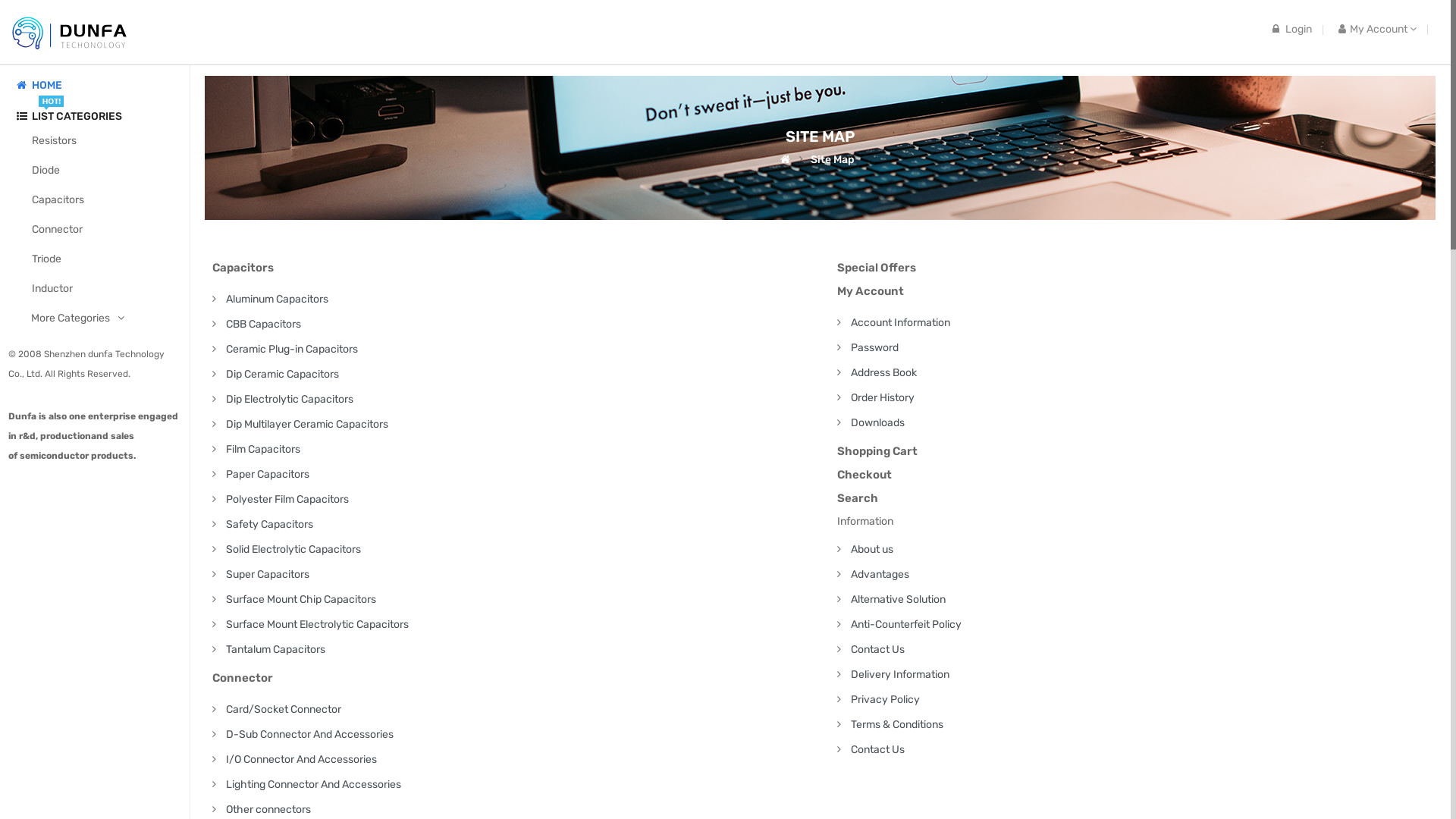 Image resolution: width=1456 pixels, height=819 pixels. Describe the element at coordinates (899, 673) in the screenshot. I see `'Delivery Information'` at that location.